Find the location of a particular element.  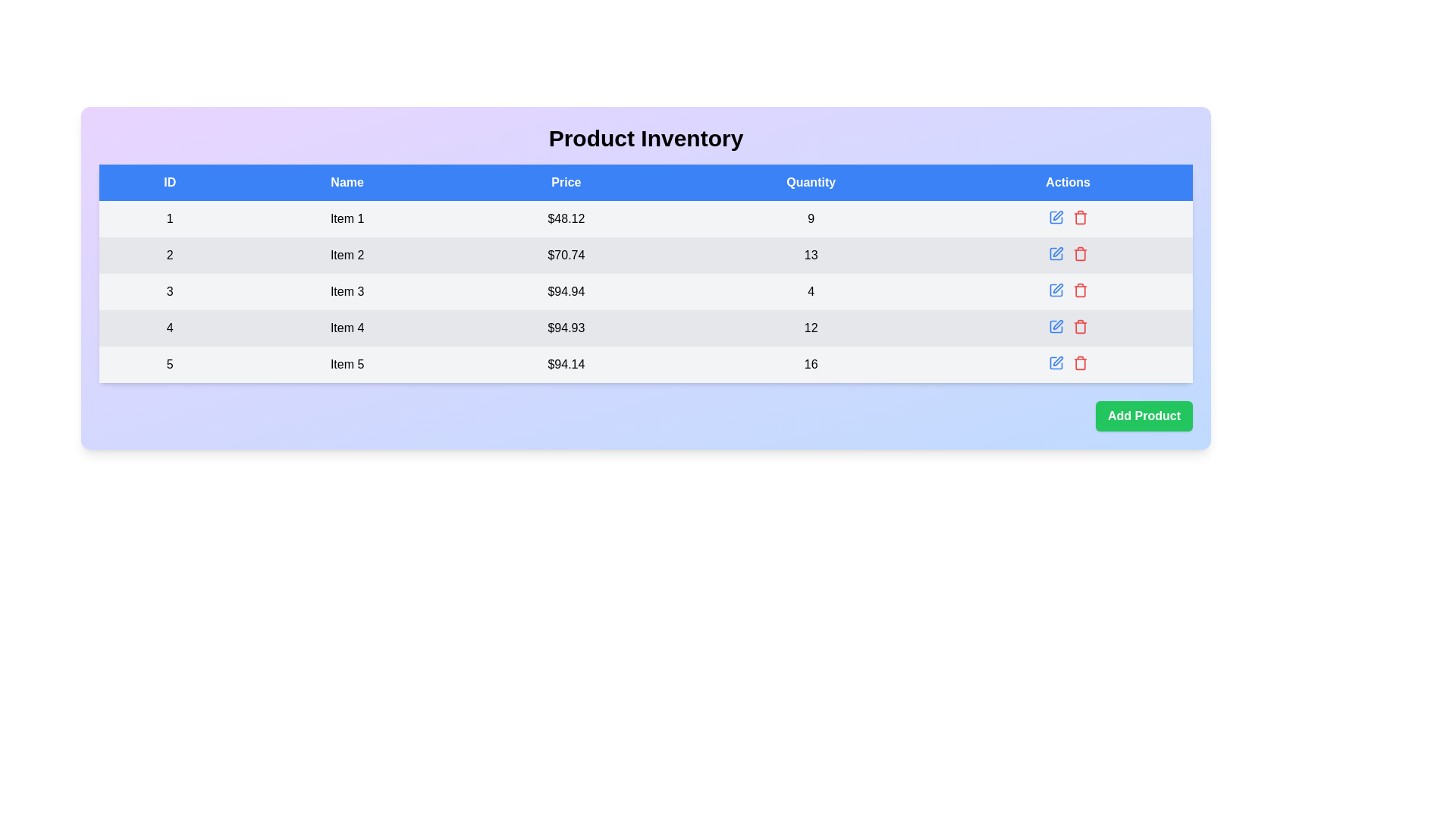

the quantity label of the fourth item in the table is located at coordinates (810, 327).